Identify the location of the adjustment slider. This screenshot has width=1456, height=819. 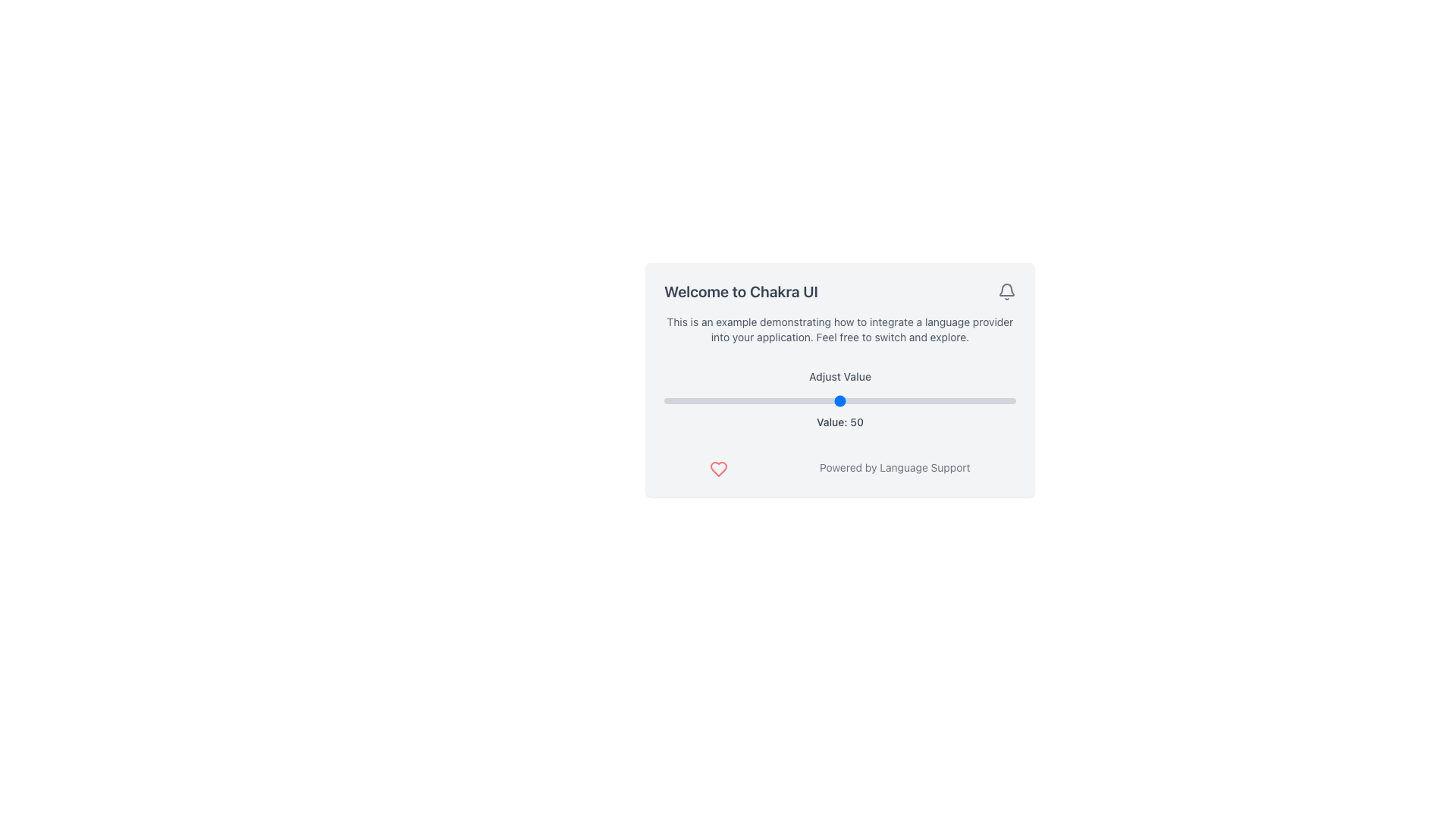
(752, 400).